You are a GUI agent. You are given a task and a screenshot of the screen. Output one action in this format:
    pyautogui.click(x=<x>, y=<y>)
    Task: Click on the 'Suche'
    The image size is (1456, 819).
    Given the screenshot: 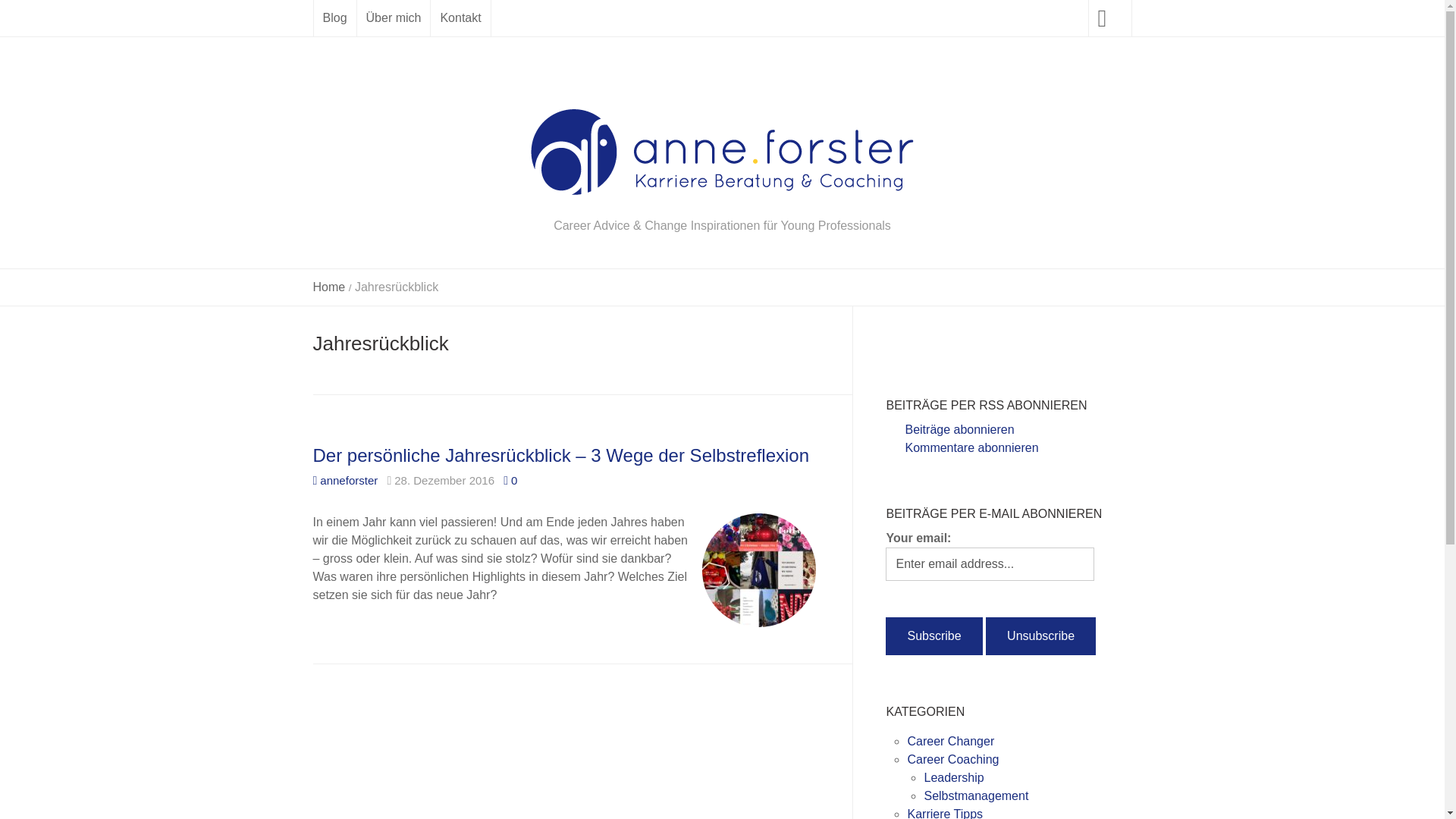 What is the action you would take?
    pyautogui.click(x=21, y=18)
    